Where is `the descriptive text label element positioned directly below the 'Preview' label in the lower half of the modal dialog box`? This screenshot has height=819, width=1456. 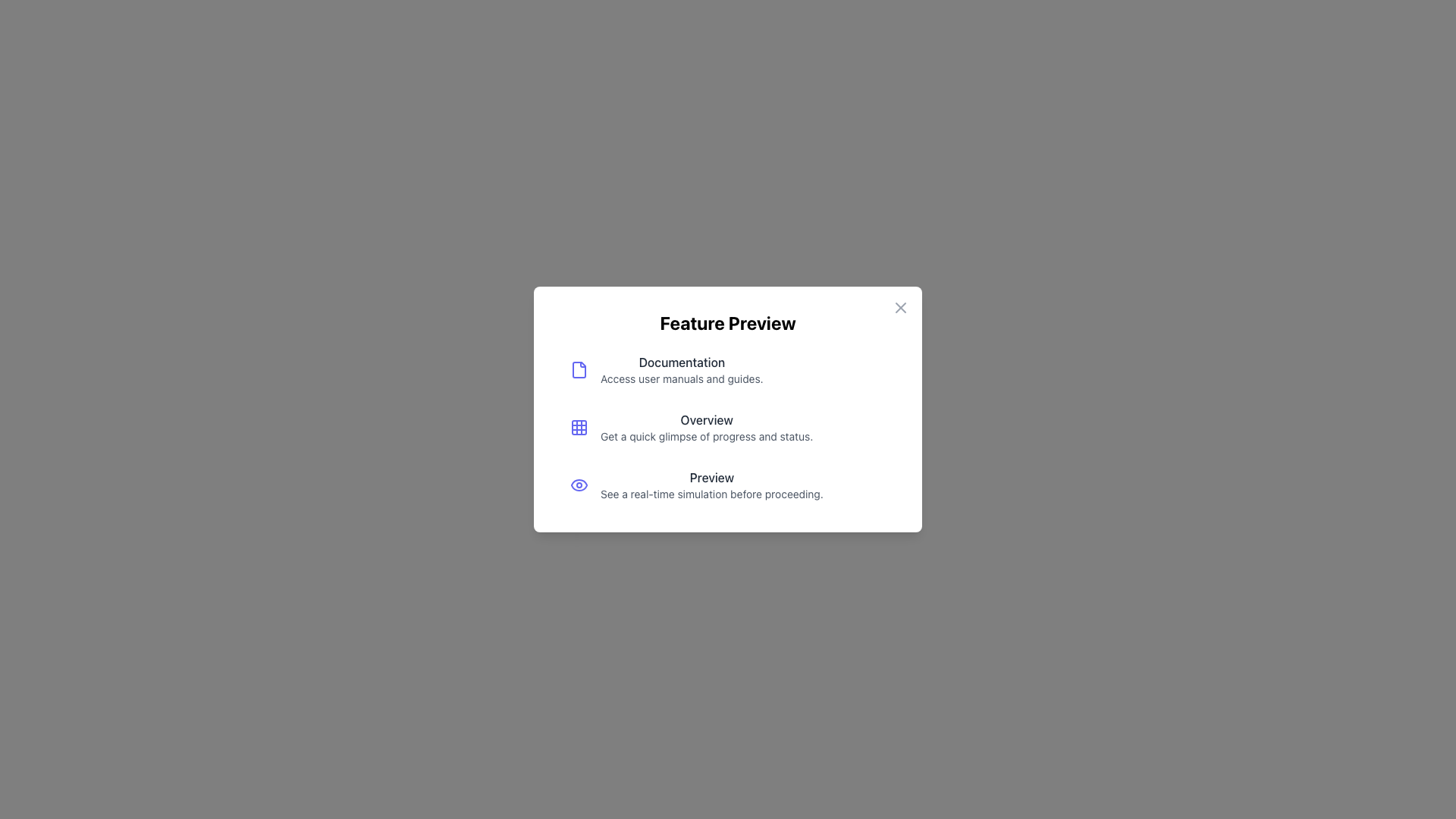
the descriptive text label element positioned directly below the 'Preview' label in the lower half of the modal dialog box is located at coordinates (711, 494).